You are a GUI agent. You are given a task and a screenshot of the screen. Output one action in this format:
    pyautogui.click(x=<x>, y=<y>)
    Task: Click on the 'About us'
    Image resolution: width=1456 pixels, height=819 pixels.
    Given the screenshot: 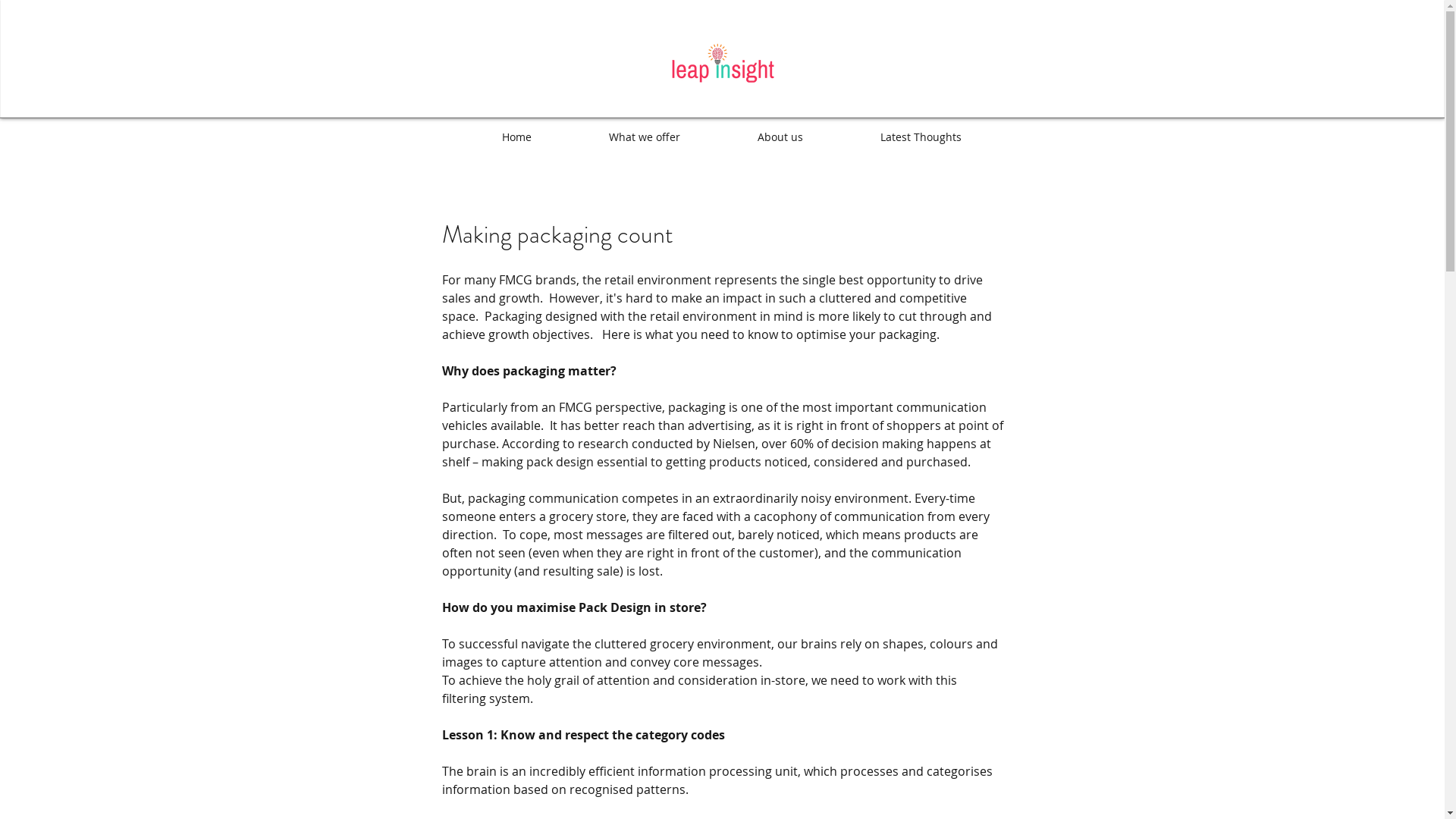 What is the action you would take?
    pyautogui.click(x=780, y=137)
    